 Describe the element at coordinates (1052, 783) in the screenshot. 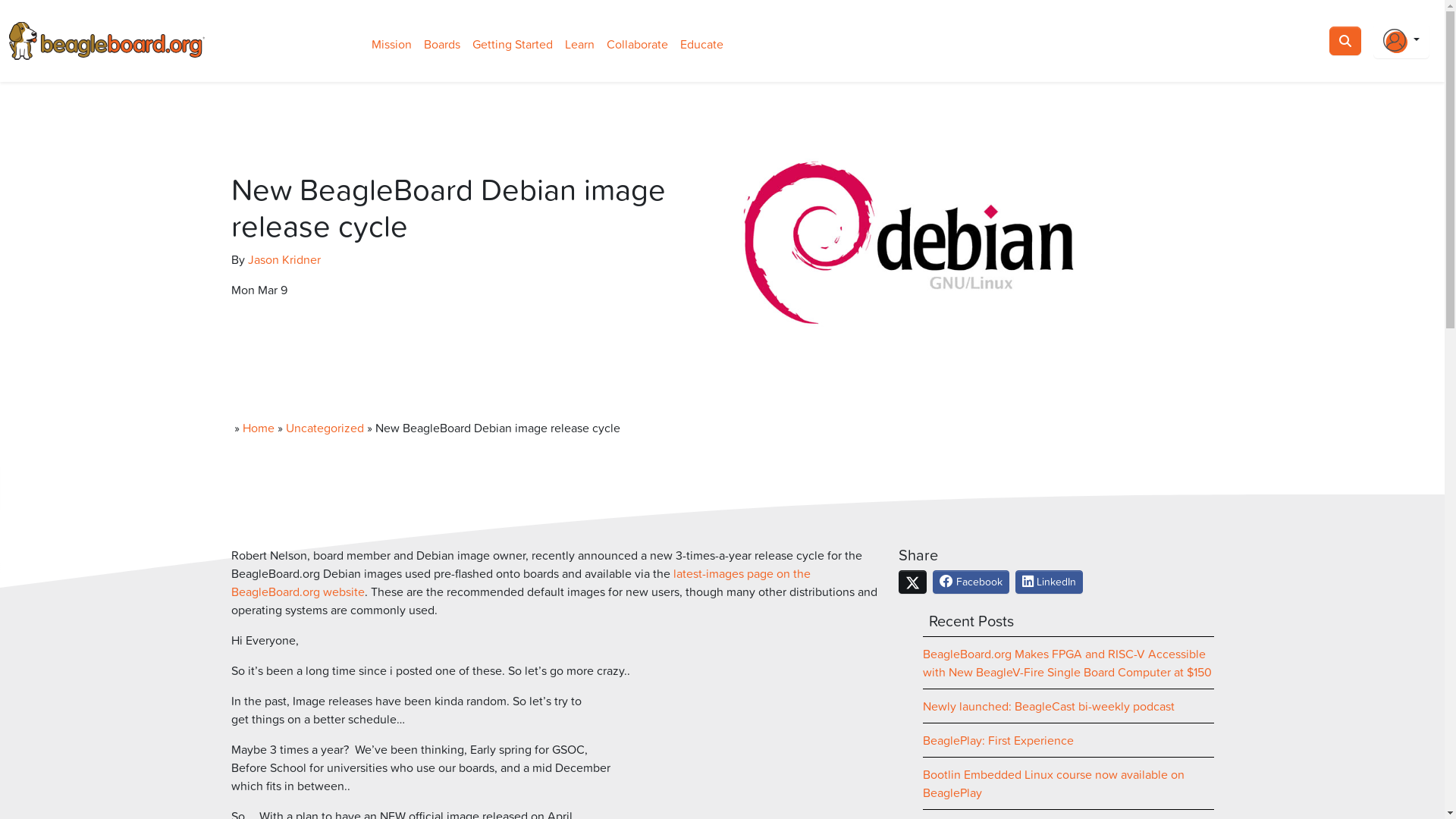

I see `'Bootlin Embedded Linux course now available on BeaglePlay'` at that location.